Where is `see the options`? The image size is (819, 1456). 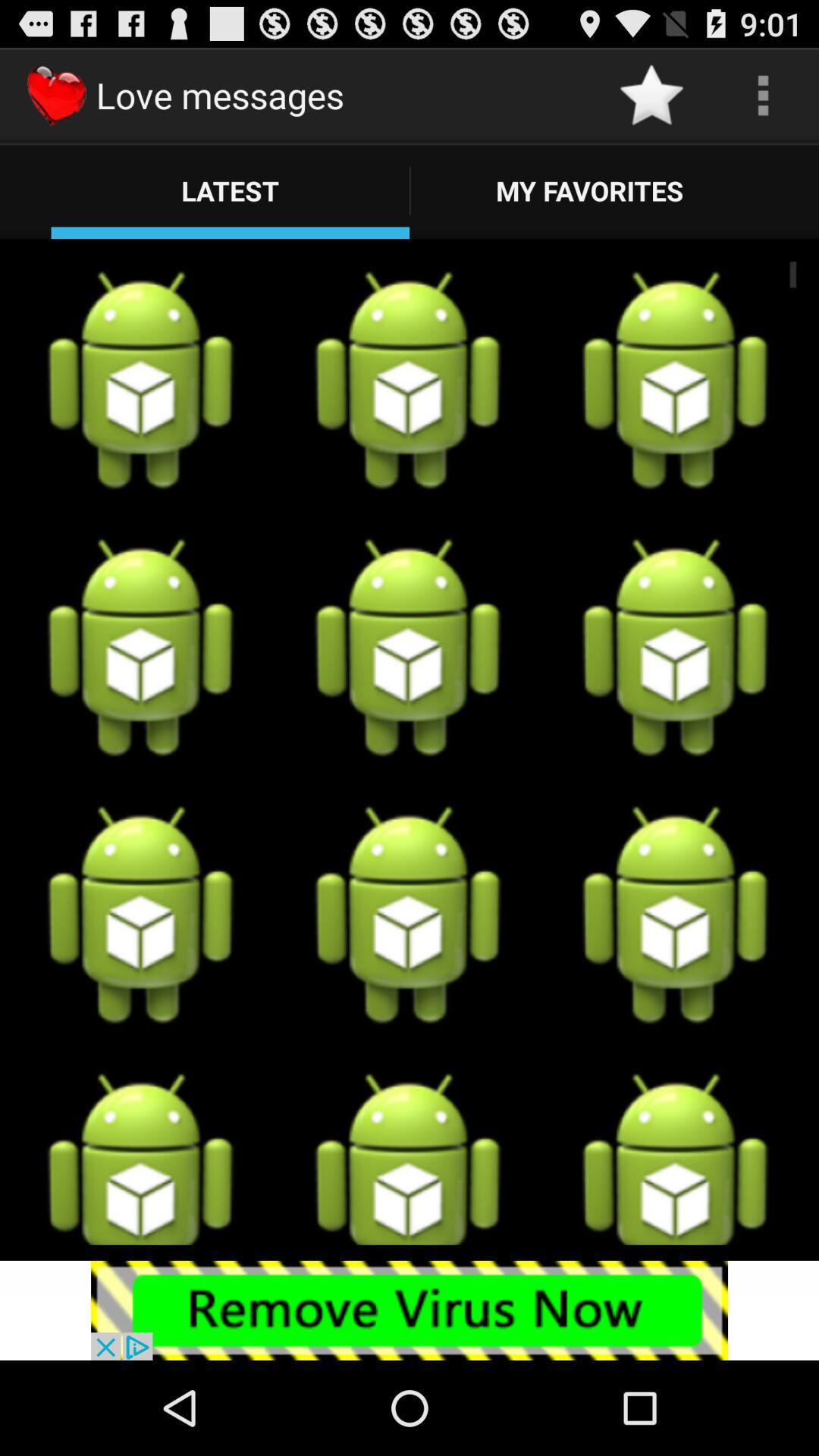
see the options is located at coordinates (763, 94).